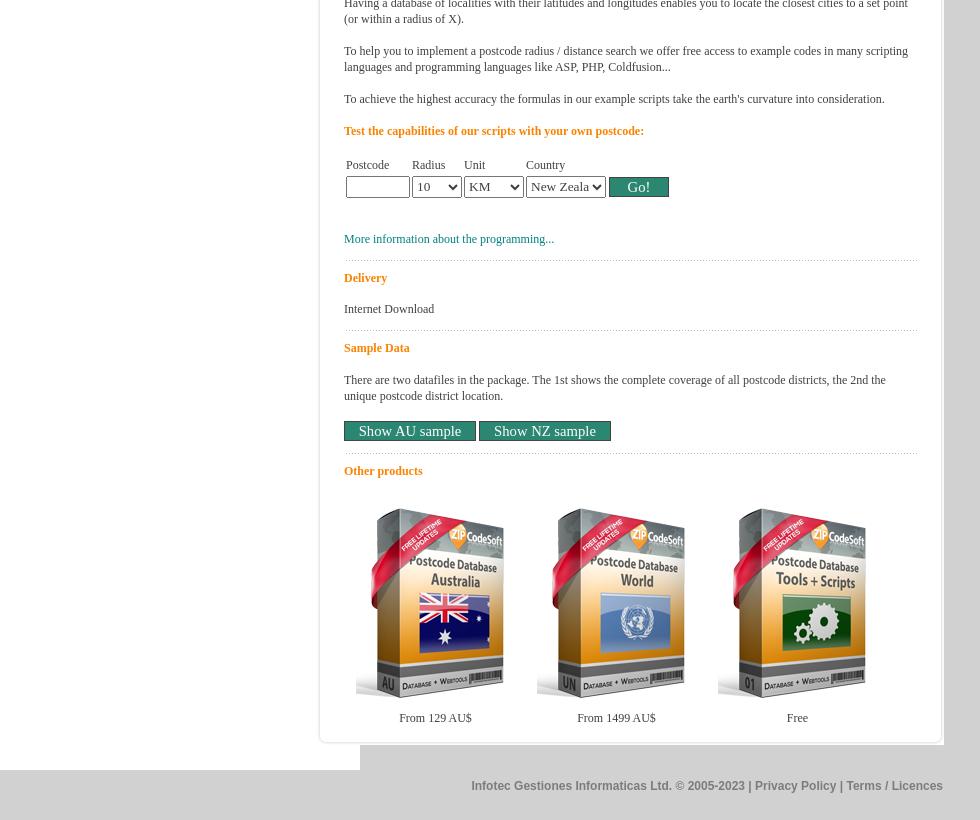 Image resolution: width=980 pixels, height=820 pixels. I want to click on 'Other products', so click(382, 471).